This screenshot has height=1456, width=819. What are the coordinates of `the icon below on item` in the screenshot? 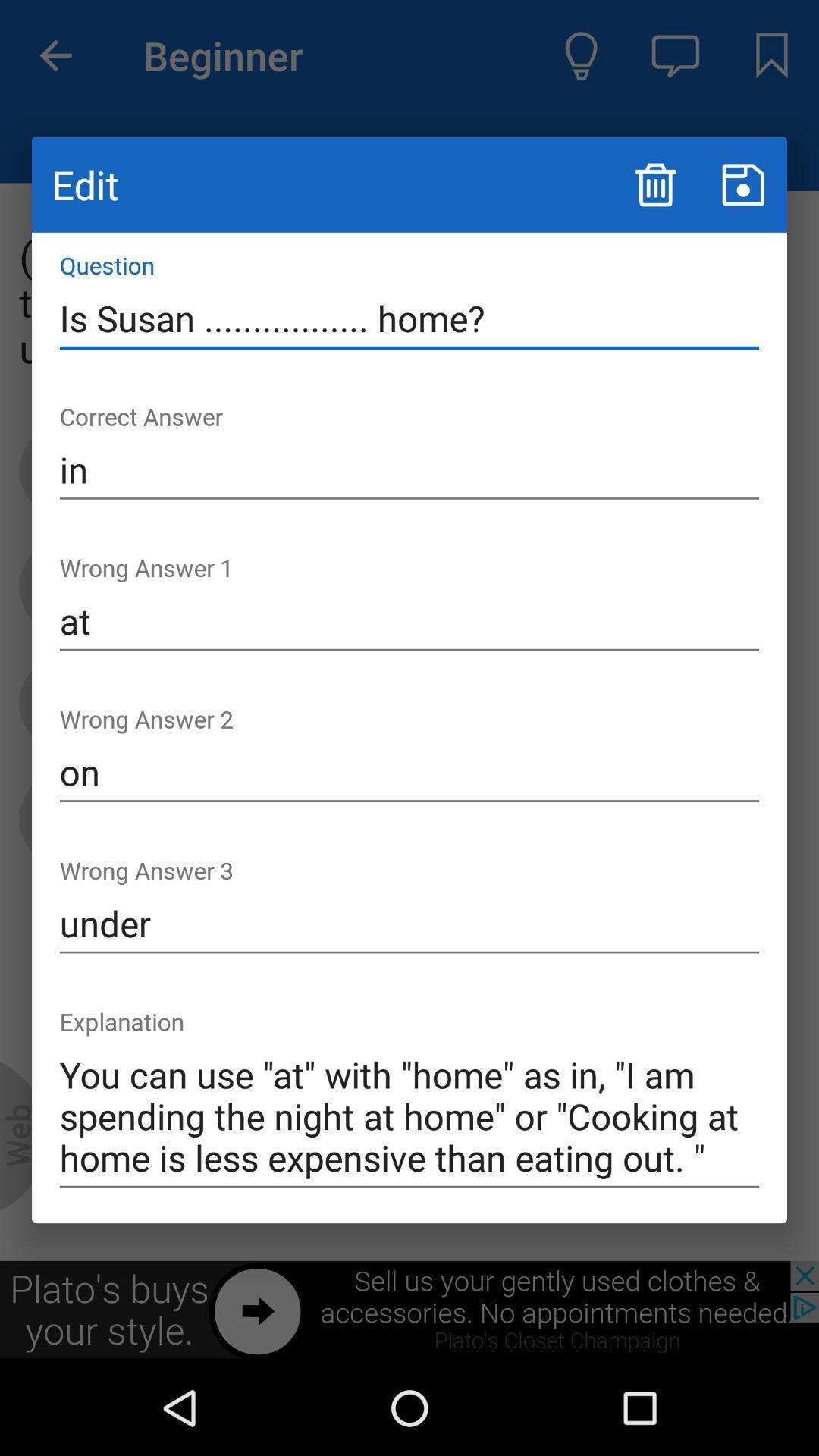 It's located at (409, 923).